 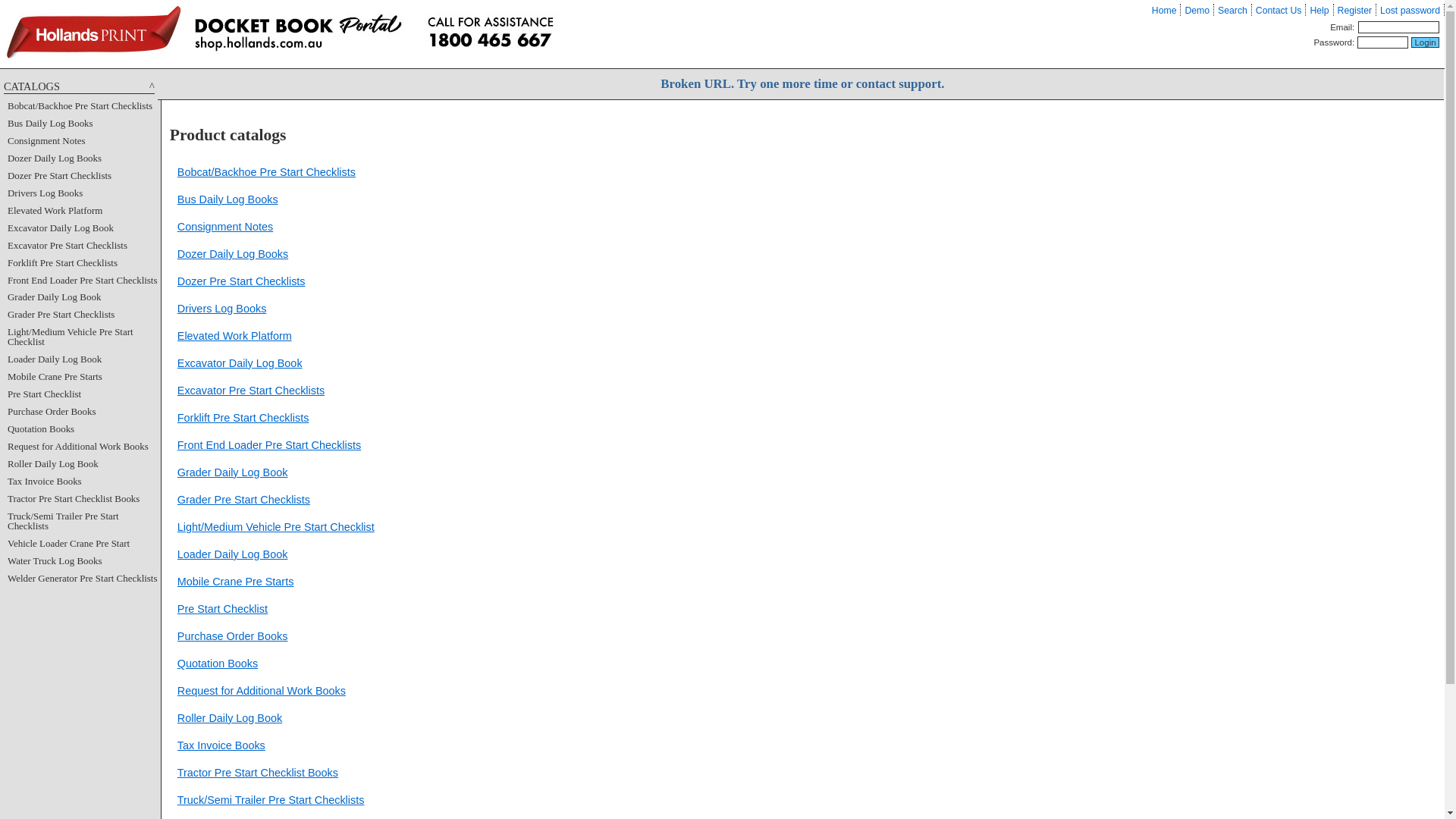 I want to click on 'Roller Daily Log Book', so click(x=228, y=717).